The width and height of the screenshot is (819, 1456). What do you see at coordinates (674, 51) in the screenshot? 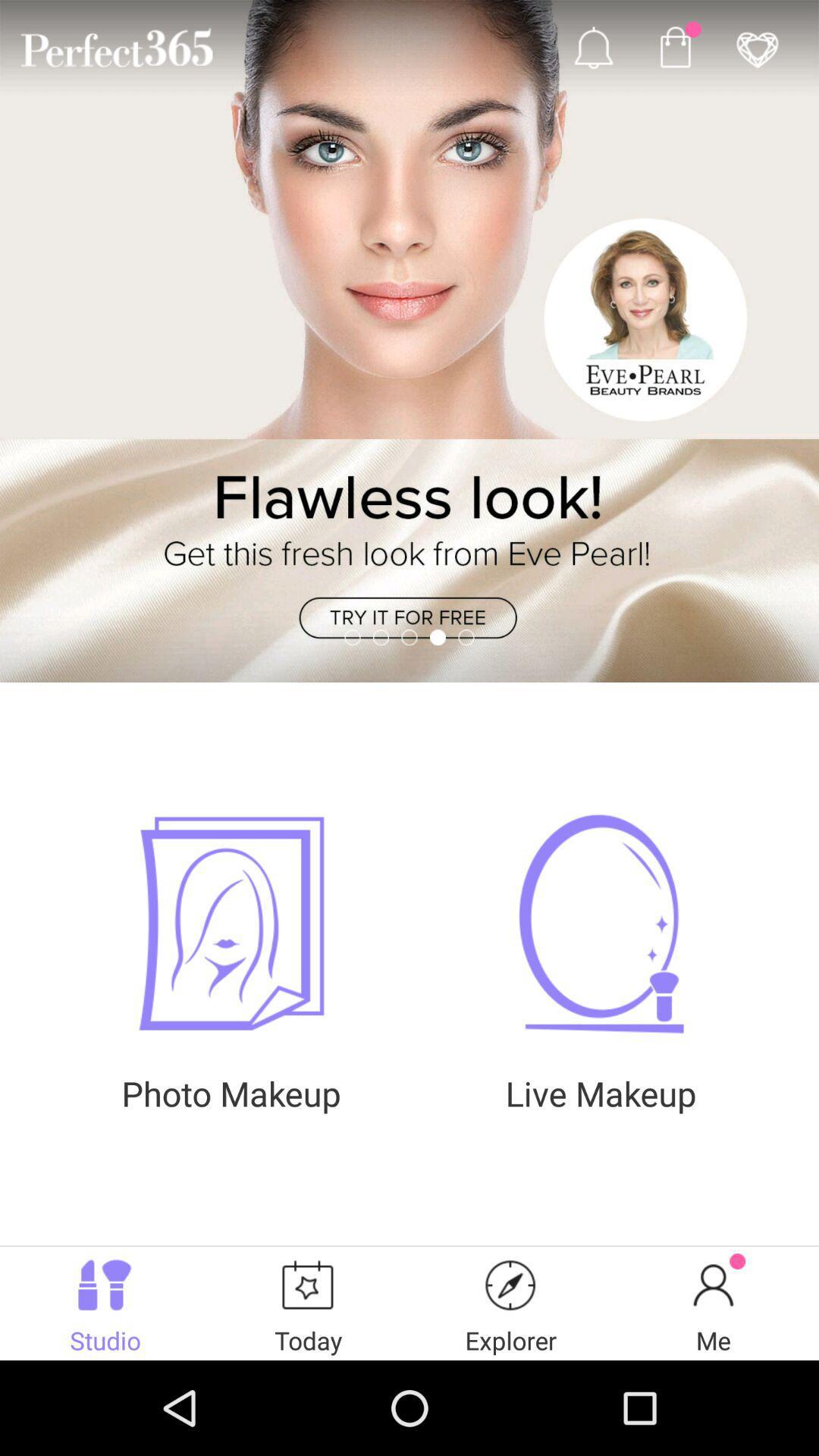
I see `the shop icon` at bounding box center [674, 51].